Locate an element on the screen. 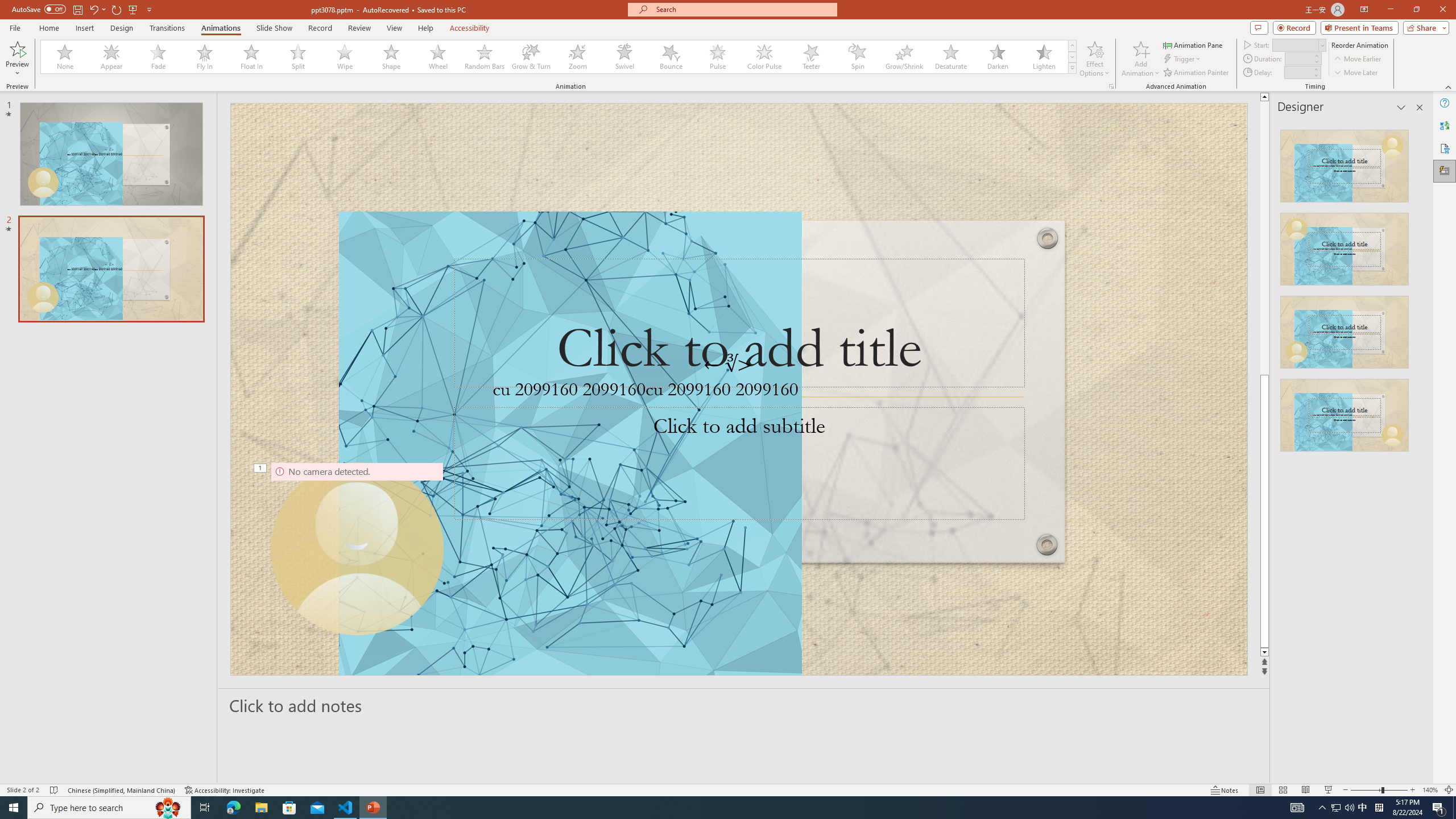 The image size is (1456, 819). 'AutomationID: AnimationGallery' is located at coordinates (559, 56).